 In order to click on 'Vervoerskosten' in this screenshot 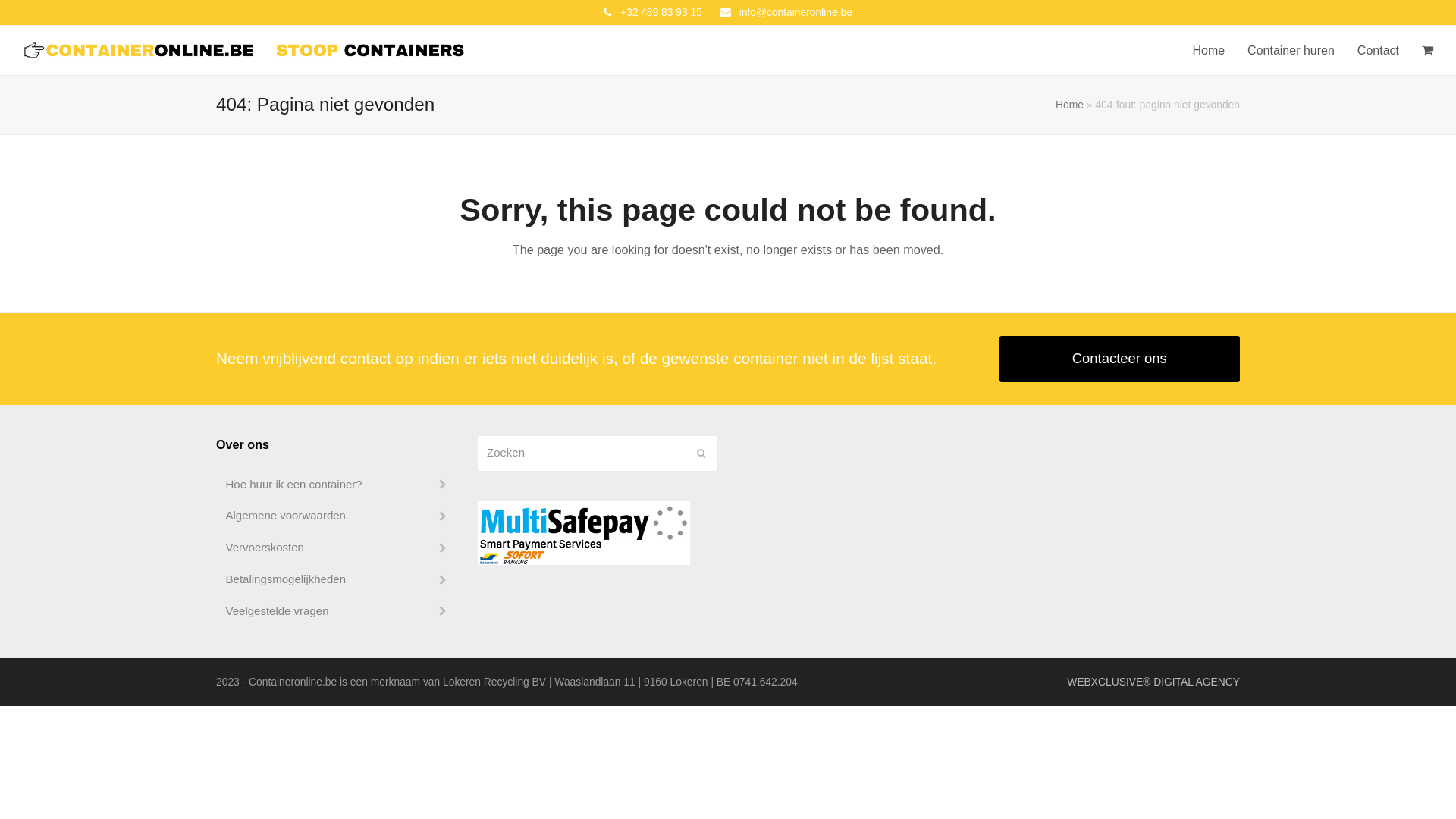, I will do `click(334, 548)`.